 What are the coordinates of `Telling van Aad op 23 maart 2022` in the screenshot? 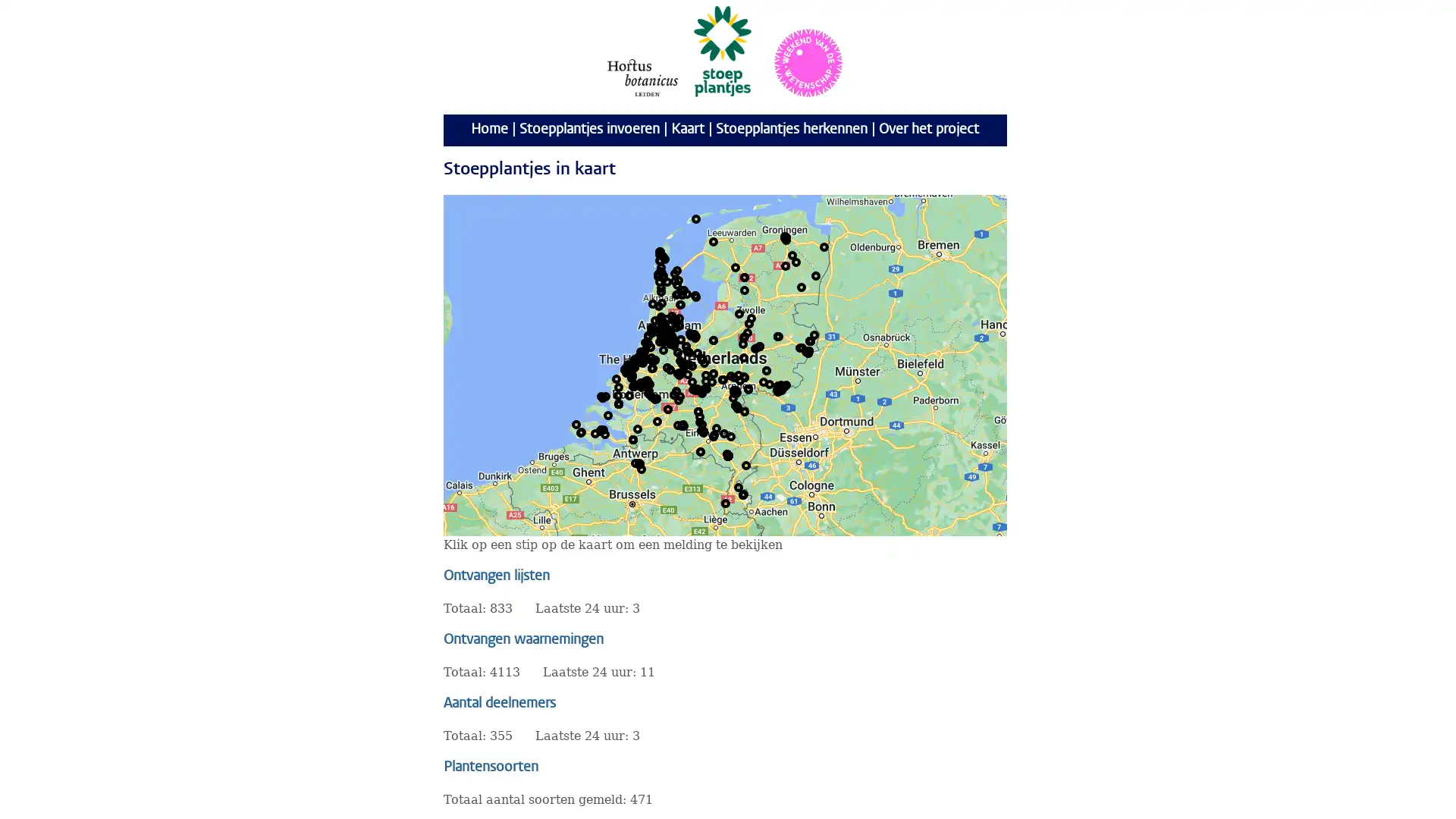 It's located at (633, 385).